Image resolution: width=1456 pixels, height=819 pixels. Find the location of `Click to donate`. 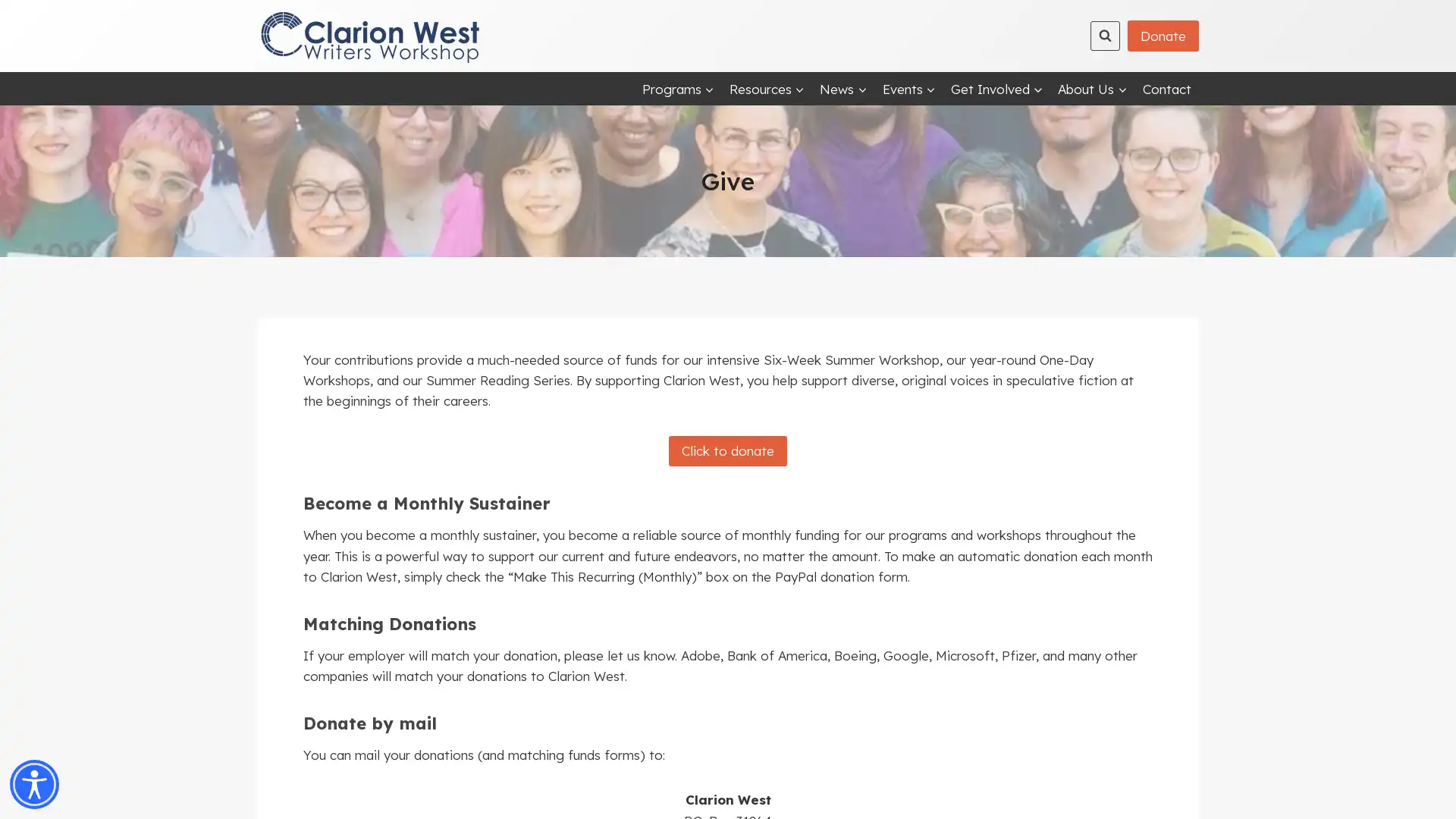

Click to donate is located at coordinates (728, 450).